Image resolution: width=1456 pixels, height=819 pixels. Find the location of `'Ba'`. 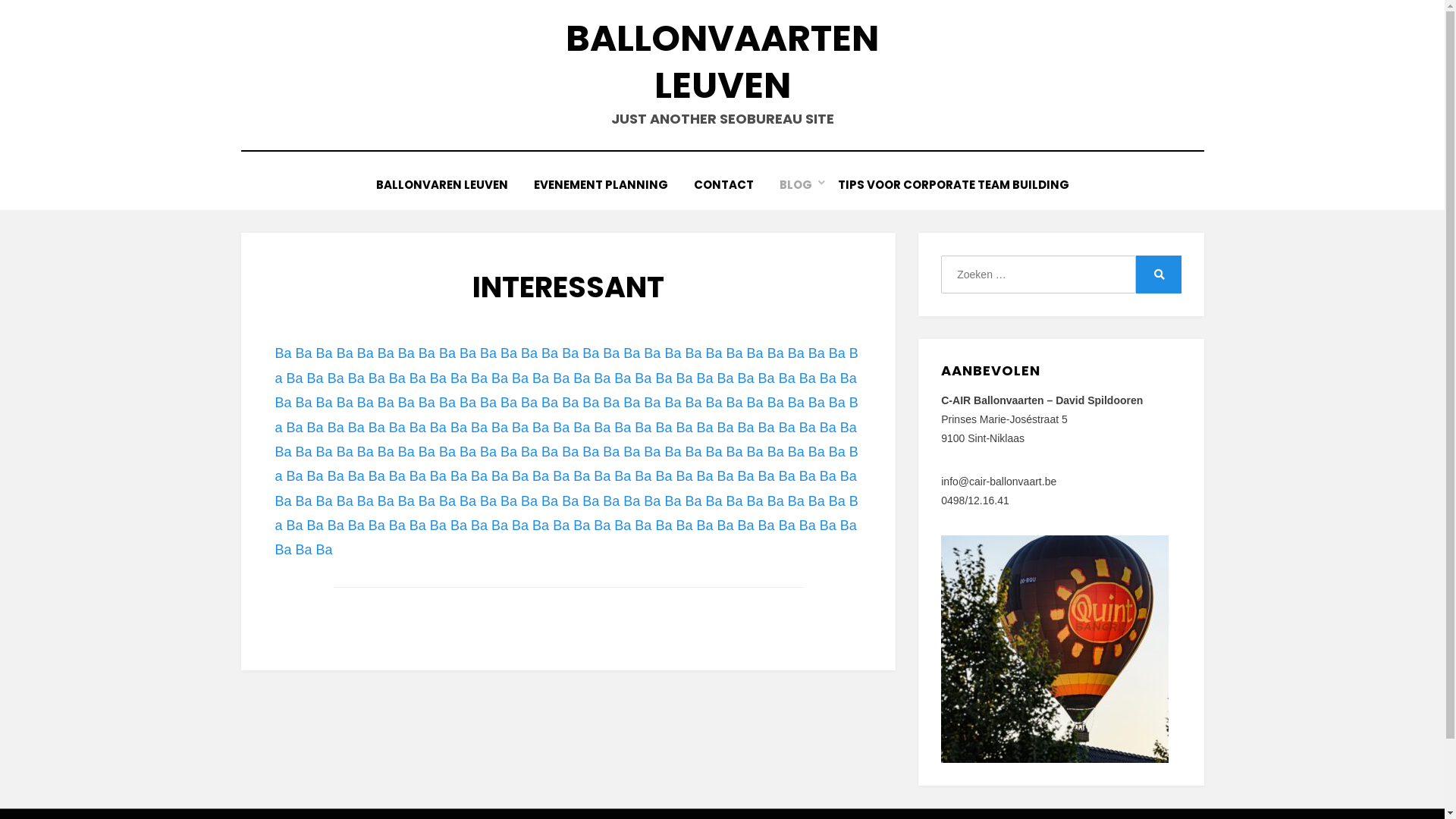

'Ba' is located at coordinates (787, 402).